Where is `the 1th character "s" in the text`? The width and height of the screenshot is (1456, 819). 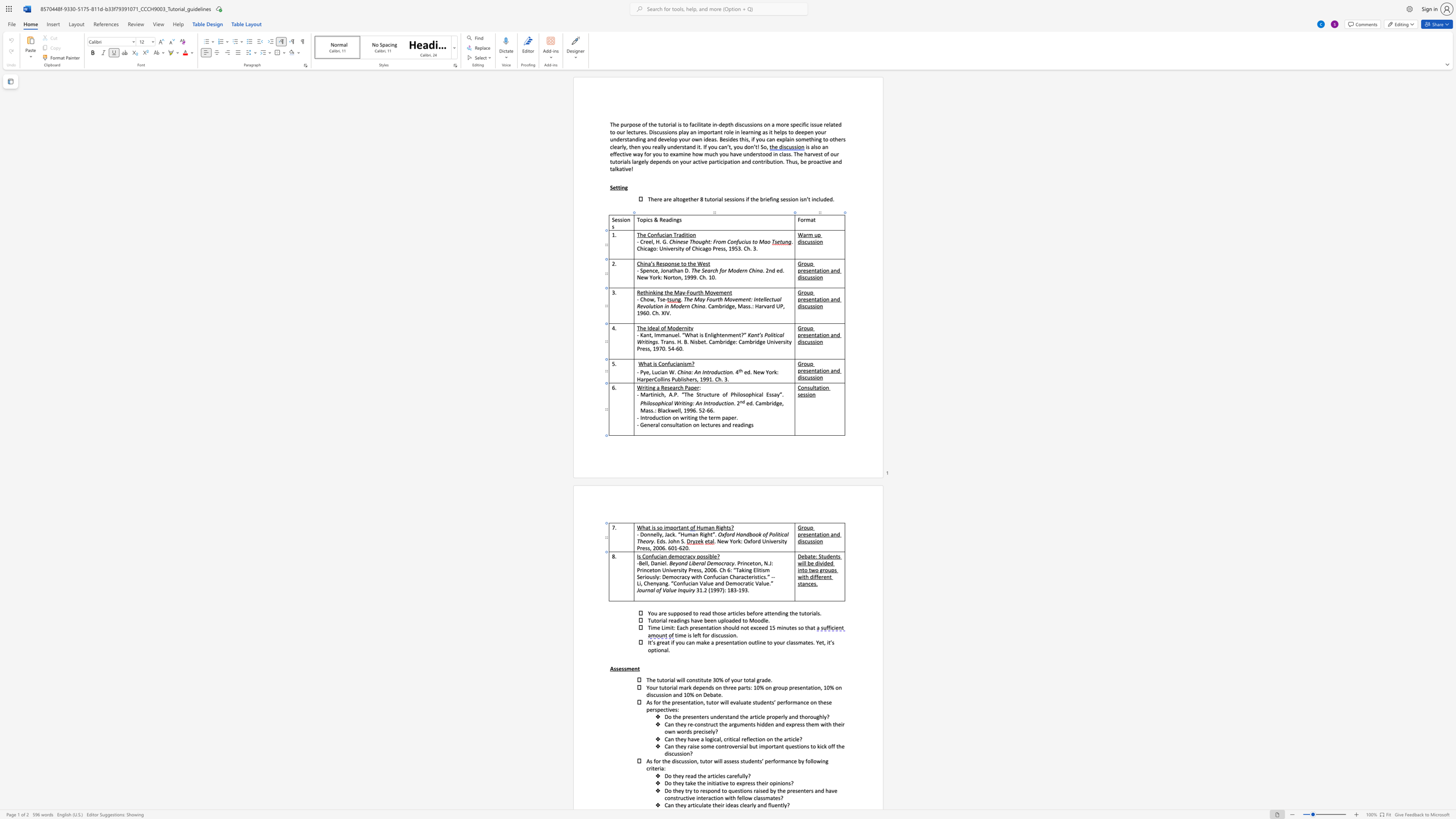
the 1th character "s" in the text is located at coordinates (663, 540).